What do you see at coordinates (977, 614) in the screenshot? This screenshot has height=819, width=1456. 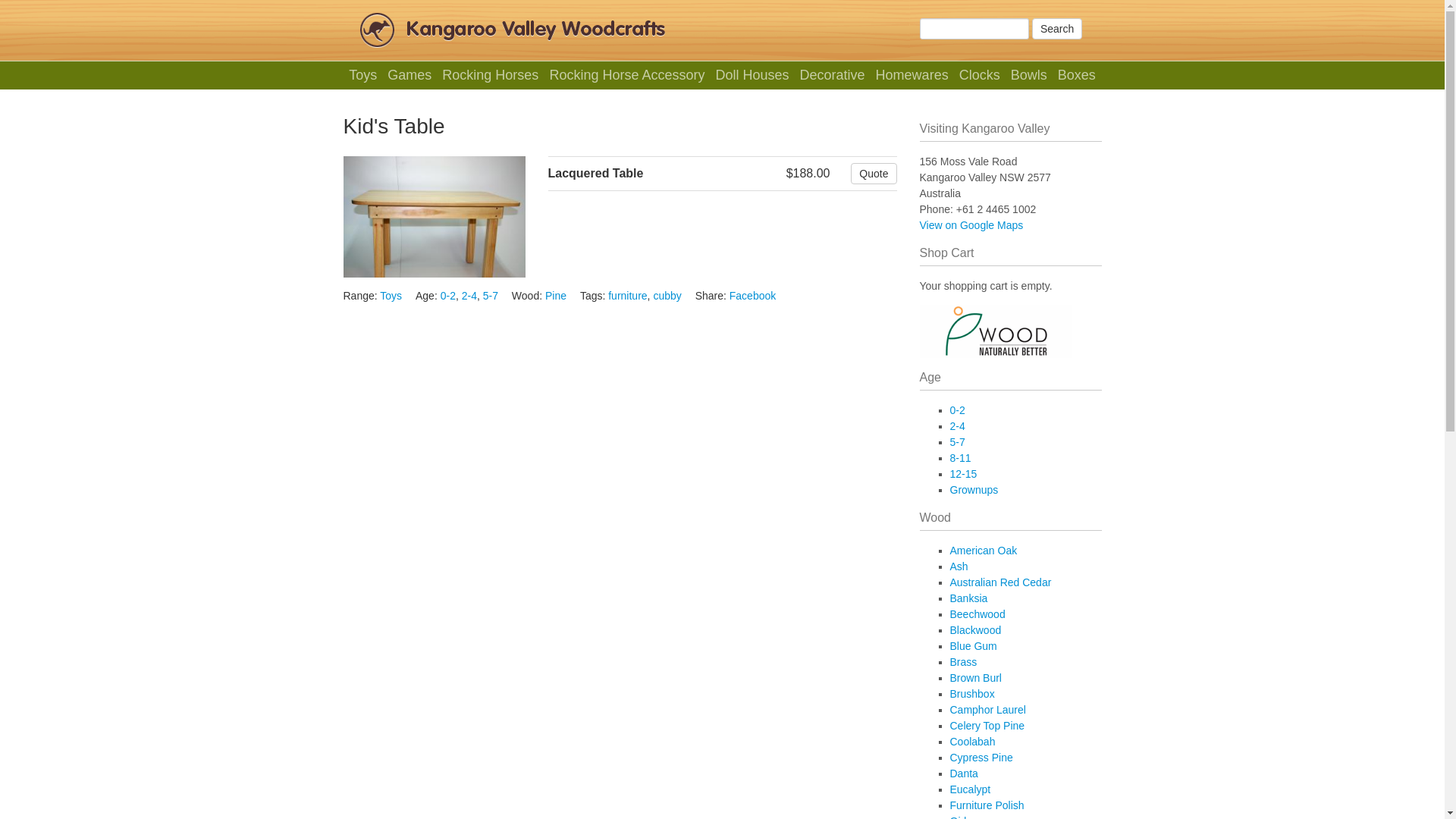 I see `'Beechwood'` at bounding box center [977, 614].